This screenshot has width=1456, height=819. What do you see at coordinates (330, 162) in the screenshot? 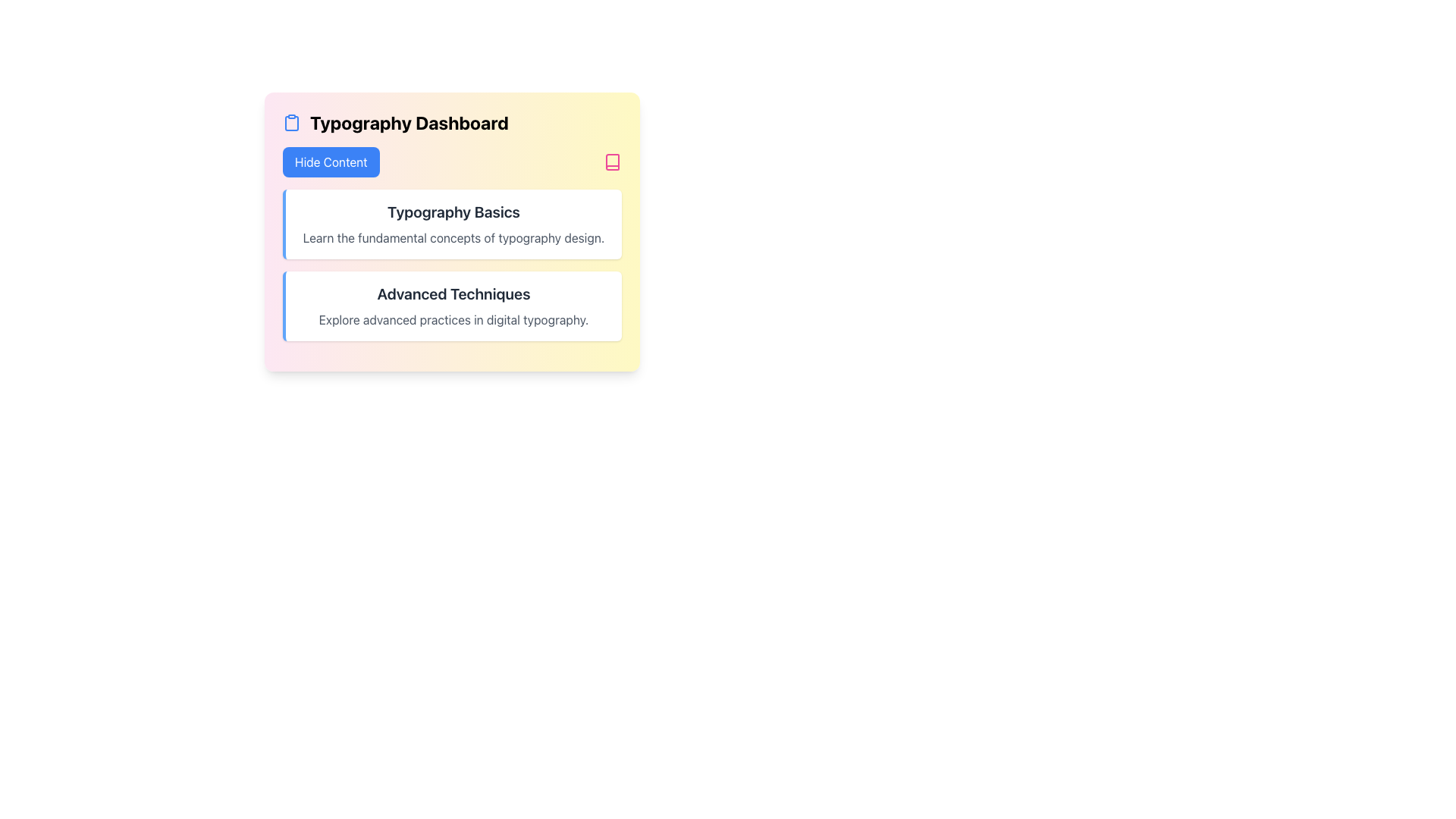
I see `the 'Hide Content' button, which is a rectangular button with rounded corners, a blue background, and white text, located at the top left section of the interface` at bounding box center [330, 162].